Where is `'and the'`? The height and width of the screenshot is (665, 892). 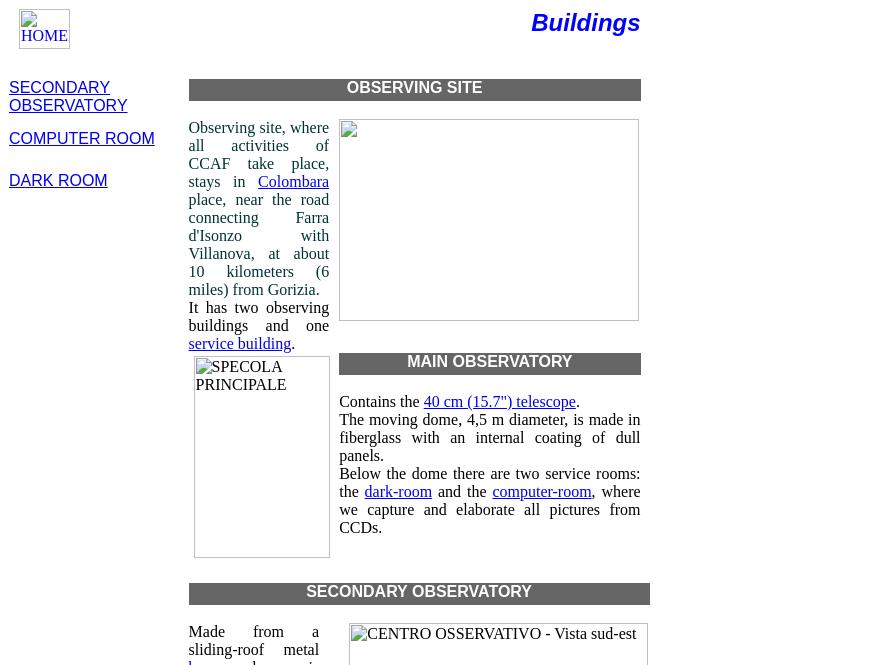
'and the' is located at coordinates (461, 491).